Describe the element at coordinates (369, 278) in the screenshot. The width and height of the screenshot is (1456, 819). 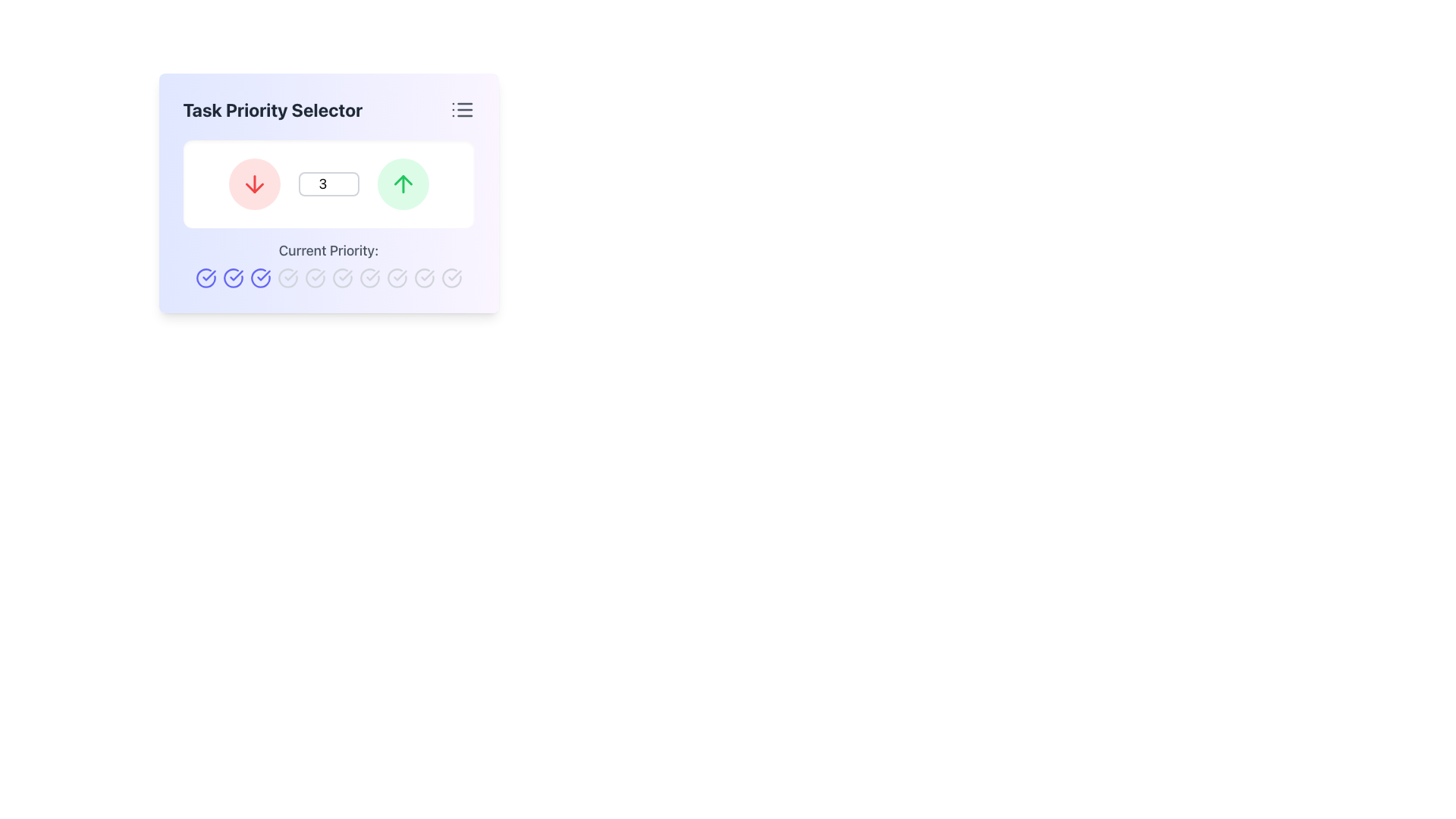
I see `the sixth circular icon representing a checkmark in the 'Current Priority:' section to interact or select it` at that location.